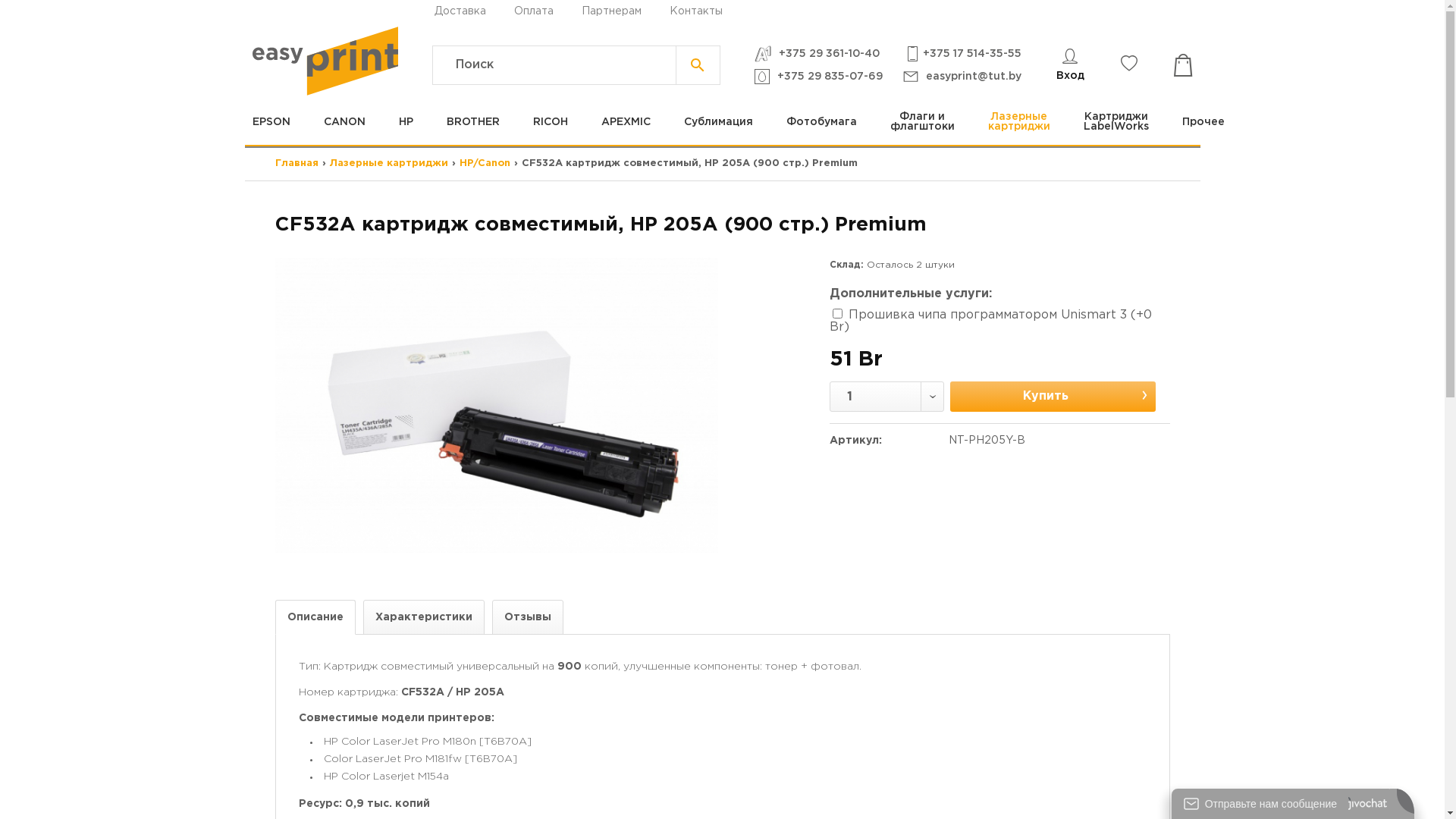 The height and width of the screenshot is (819, 1456). What do you see at coordinates (754, 53) in the screenshot?
I see `'+375 29 361-10-40'` at bounding box center [754, 53].